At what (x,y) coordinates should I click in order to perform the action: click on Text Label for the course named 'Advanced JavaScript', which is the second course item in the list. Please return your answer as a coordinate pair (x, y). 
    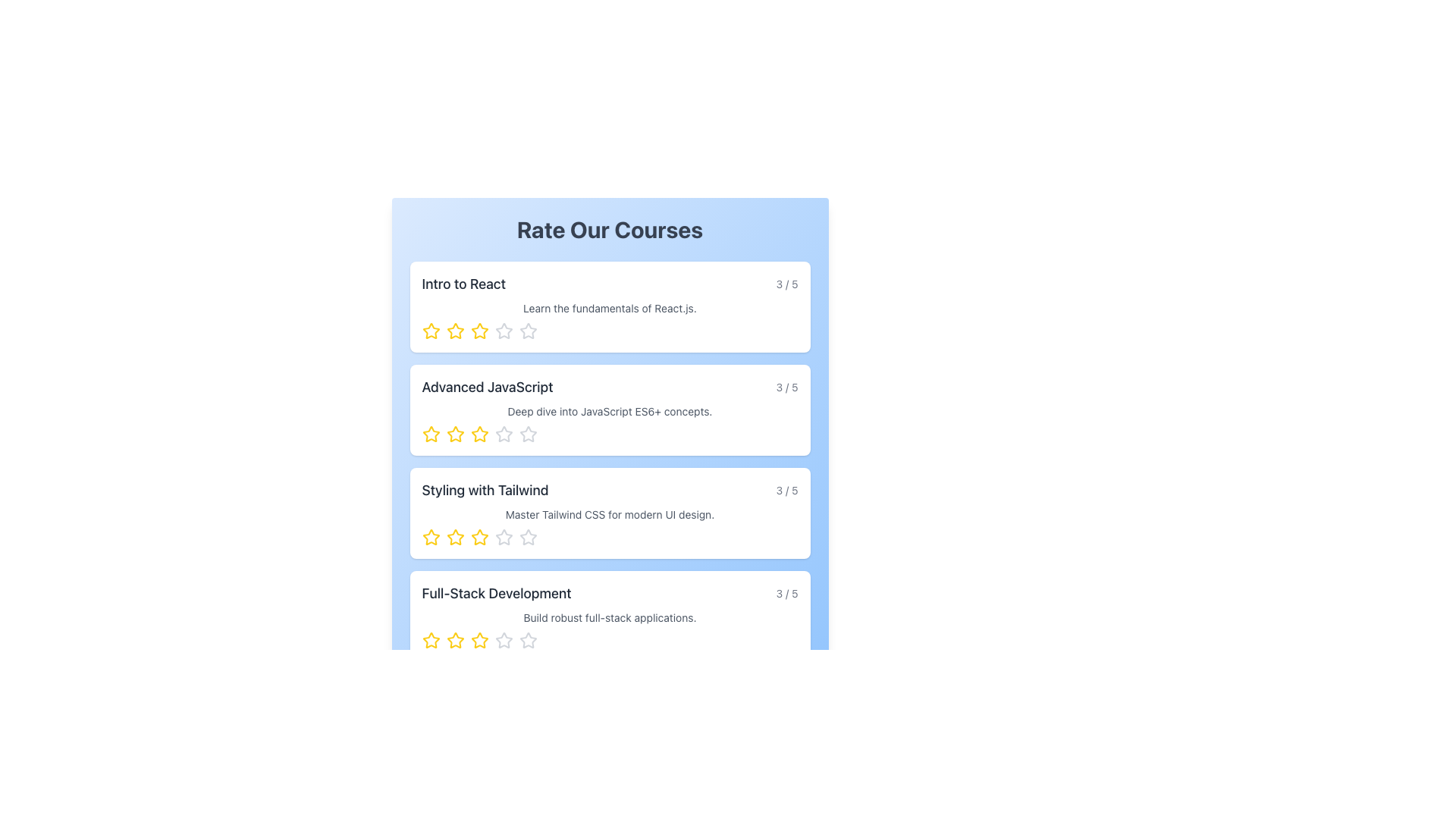
    Looking at the image, I should click on (488, 386).